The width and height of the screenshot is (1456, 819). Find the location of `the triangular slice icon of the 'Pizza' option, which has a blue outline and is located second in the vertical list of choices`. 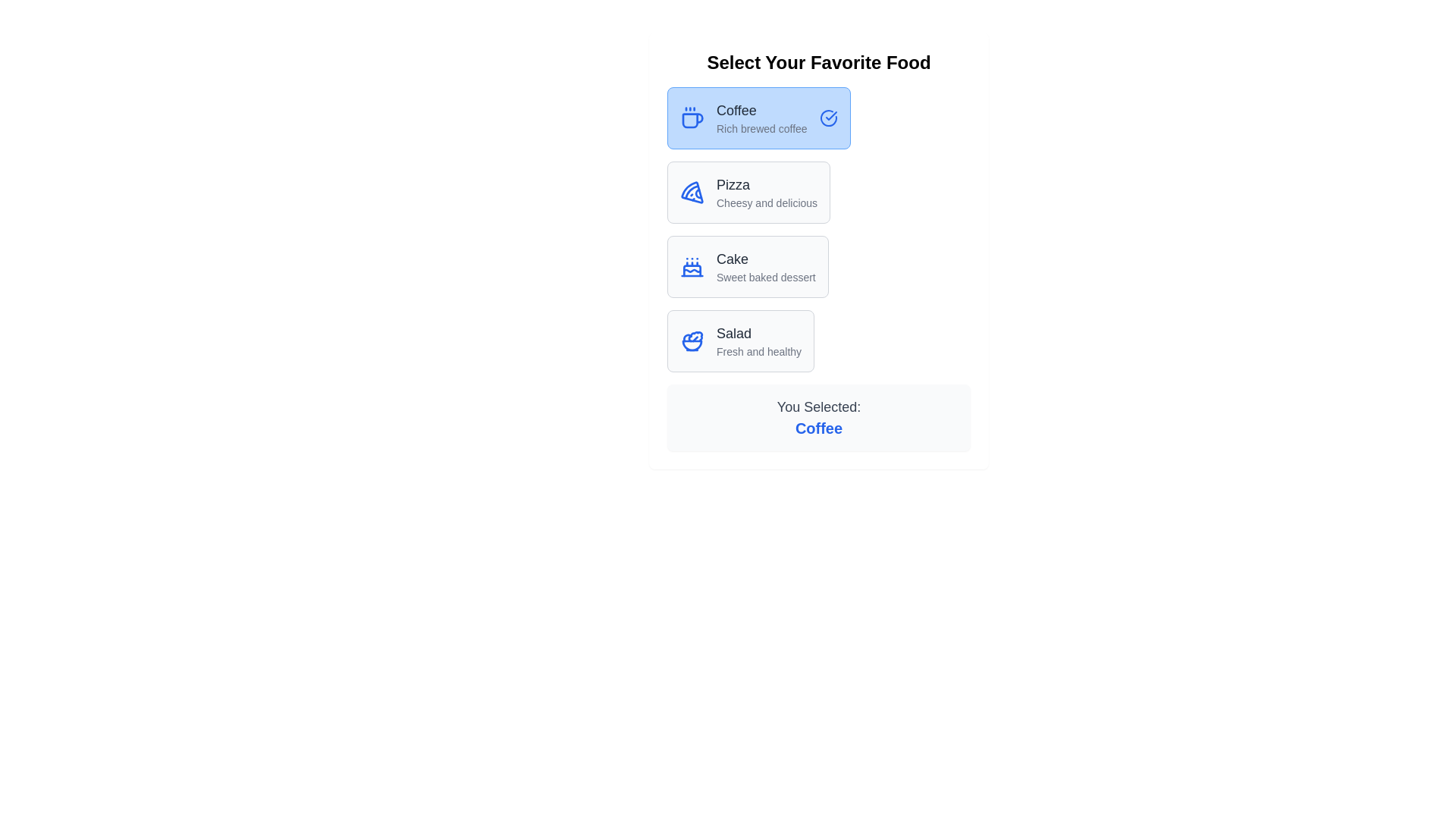

the triangular slice icon of the 'Pizza' option, which has a blue outline and is located second in the vertical list of choices is located at coordinates (691, 192).